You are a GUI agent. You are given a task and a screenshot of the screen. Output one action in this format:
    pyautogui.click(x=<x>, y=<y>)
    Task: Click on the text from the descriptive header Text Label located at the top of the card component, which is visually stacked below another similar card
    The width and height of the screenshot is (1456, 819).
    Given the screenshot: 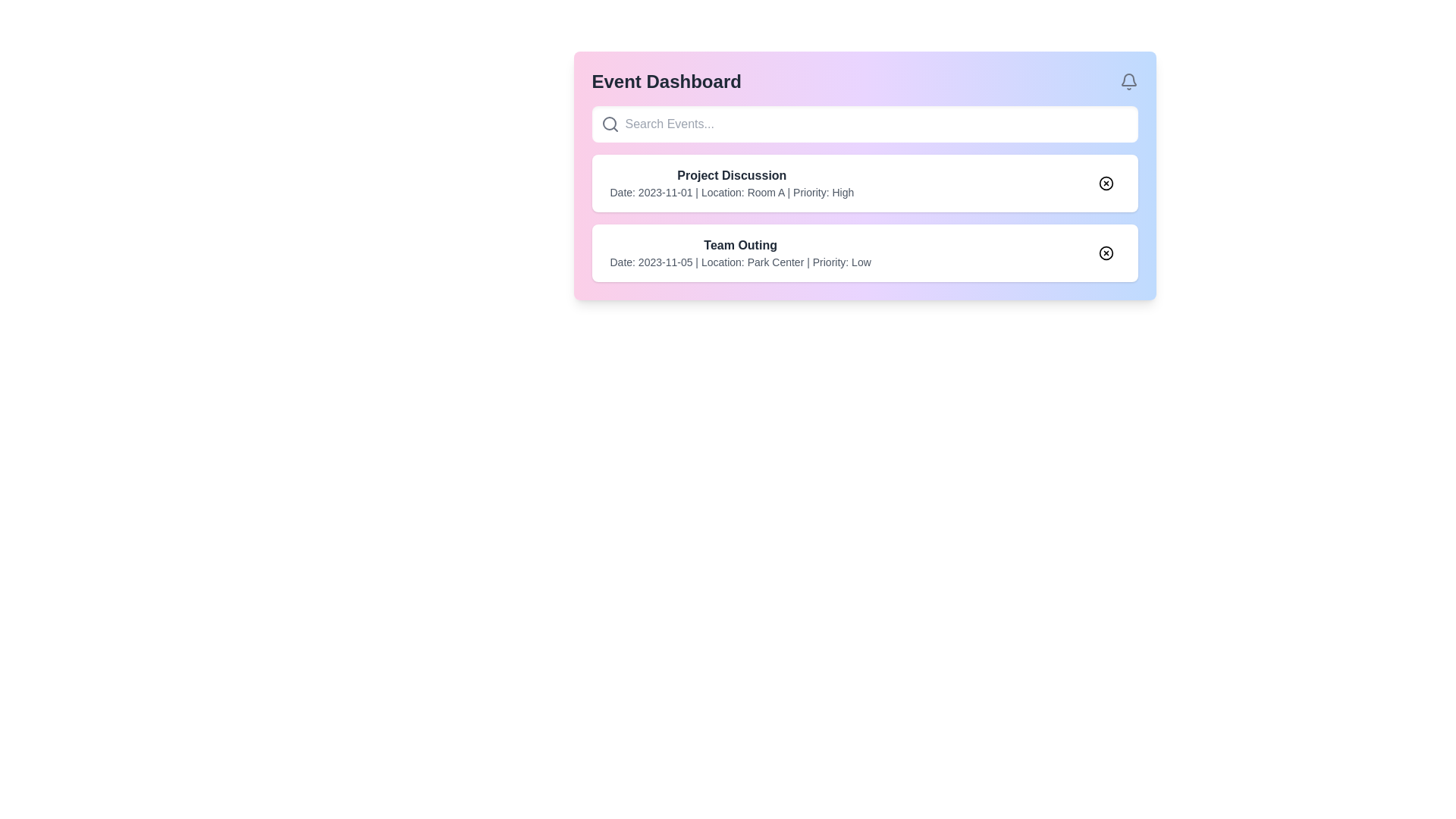 What is the action you would take?
    pyautogui.click(x=740, y=245)
    